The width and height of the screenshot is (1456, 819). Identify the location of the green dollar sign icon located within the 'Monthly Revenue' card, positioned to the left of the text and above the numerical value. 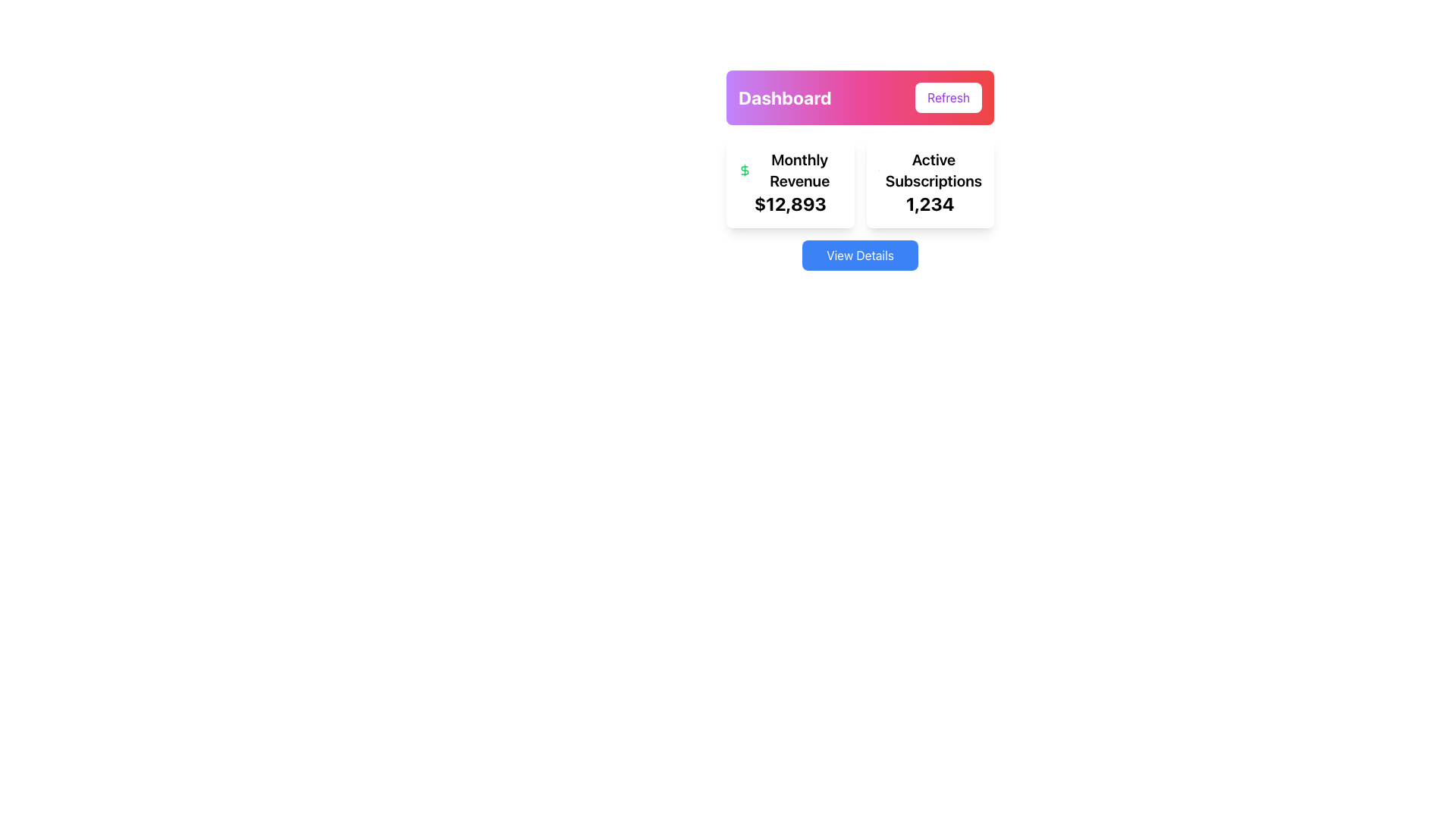
(745, 170).